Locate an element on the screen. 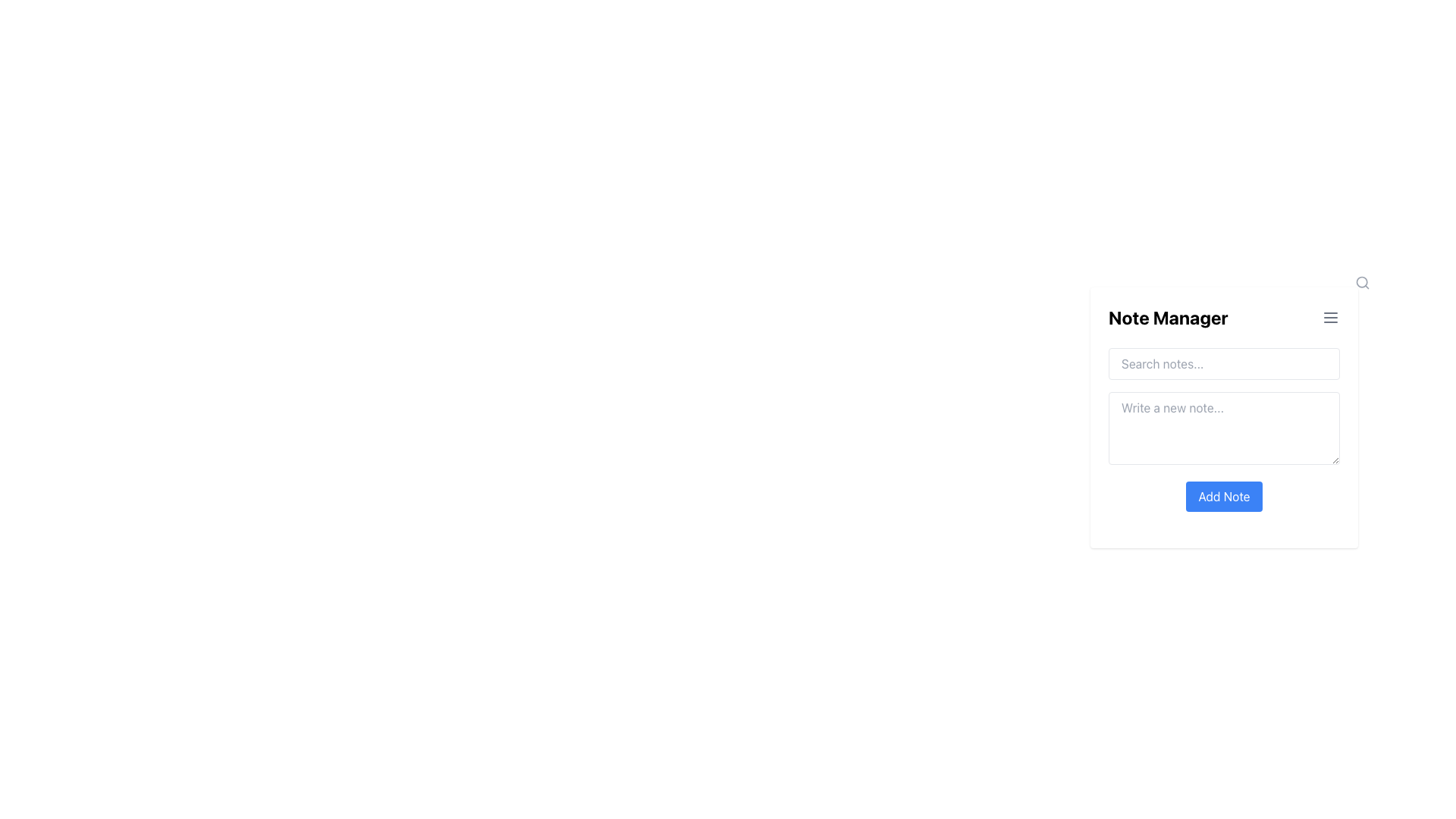  the menu button located at the top-right corner of the 'Note Manager' section is located at coordinates (1330, 317).